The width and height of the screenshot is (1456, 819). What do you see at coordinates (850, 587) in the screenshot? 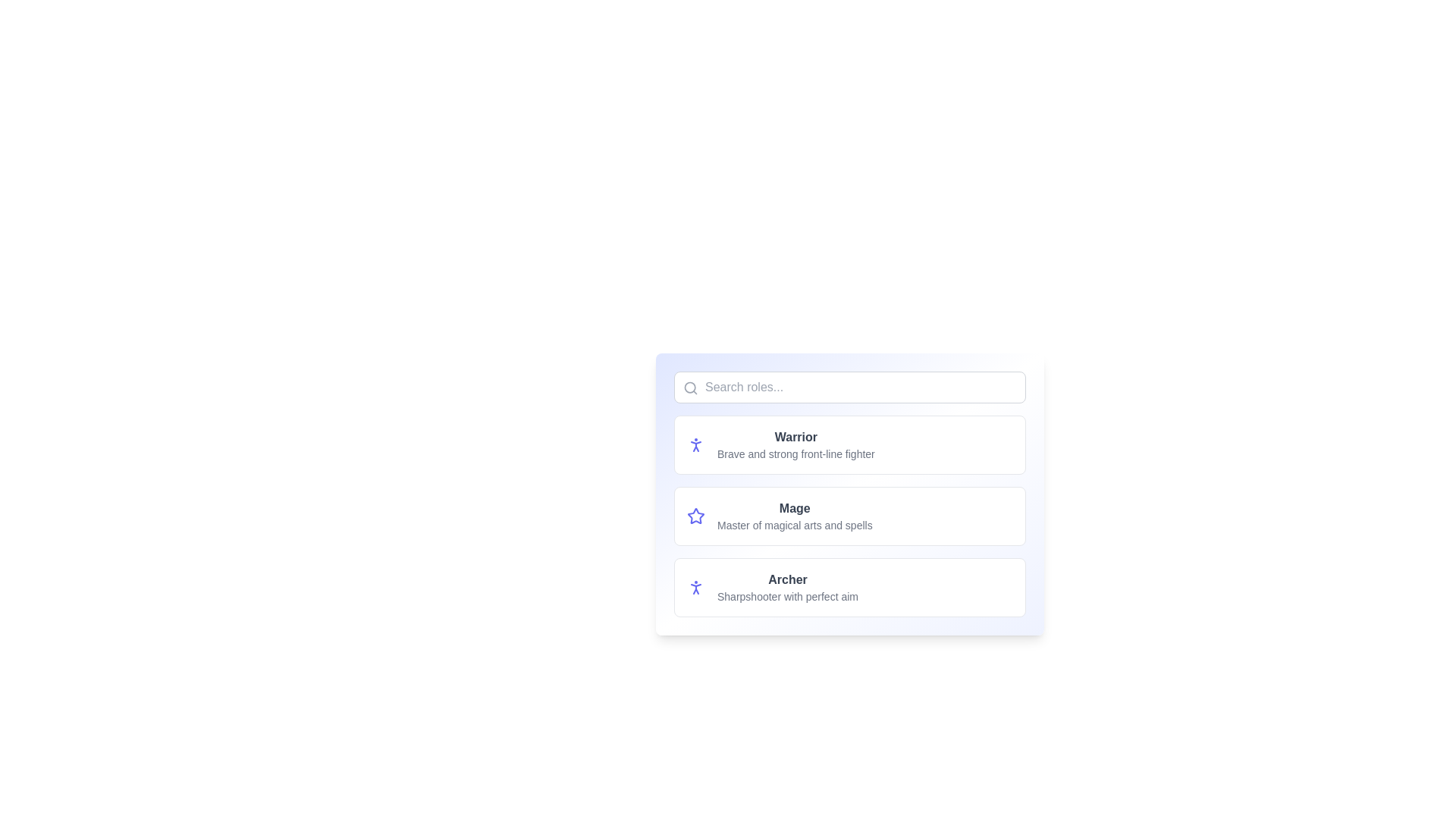
I see `the third selectable item` at bounding box center [850, 587].